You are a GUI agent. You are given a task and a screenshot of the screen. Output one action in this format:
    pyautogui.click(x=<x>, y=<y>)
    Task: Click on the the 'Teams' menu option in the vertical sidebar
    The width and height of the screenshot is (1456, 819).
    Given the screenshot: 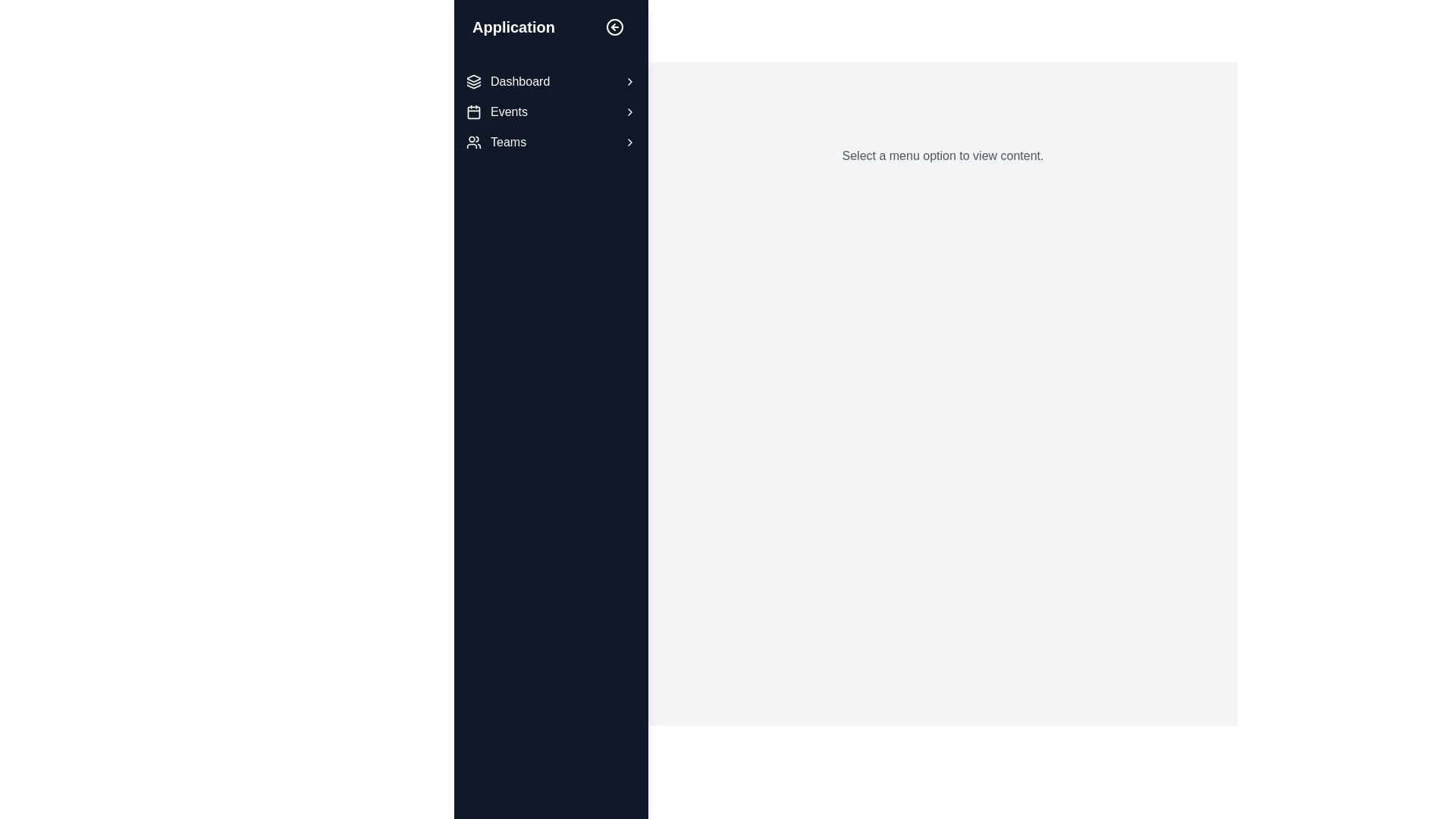 What is the action you would take?
    pyautogui.click(x=550, y=143)
    